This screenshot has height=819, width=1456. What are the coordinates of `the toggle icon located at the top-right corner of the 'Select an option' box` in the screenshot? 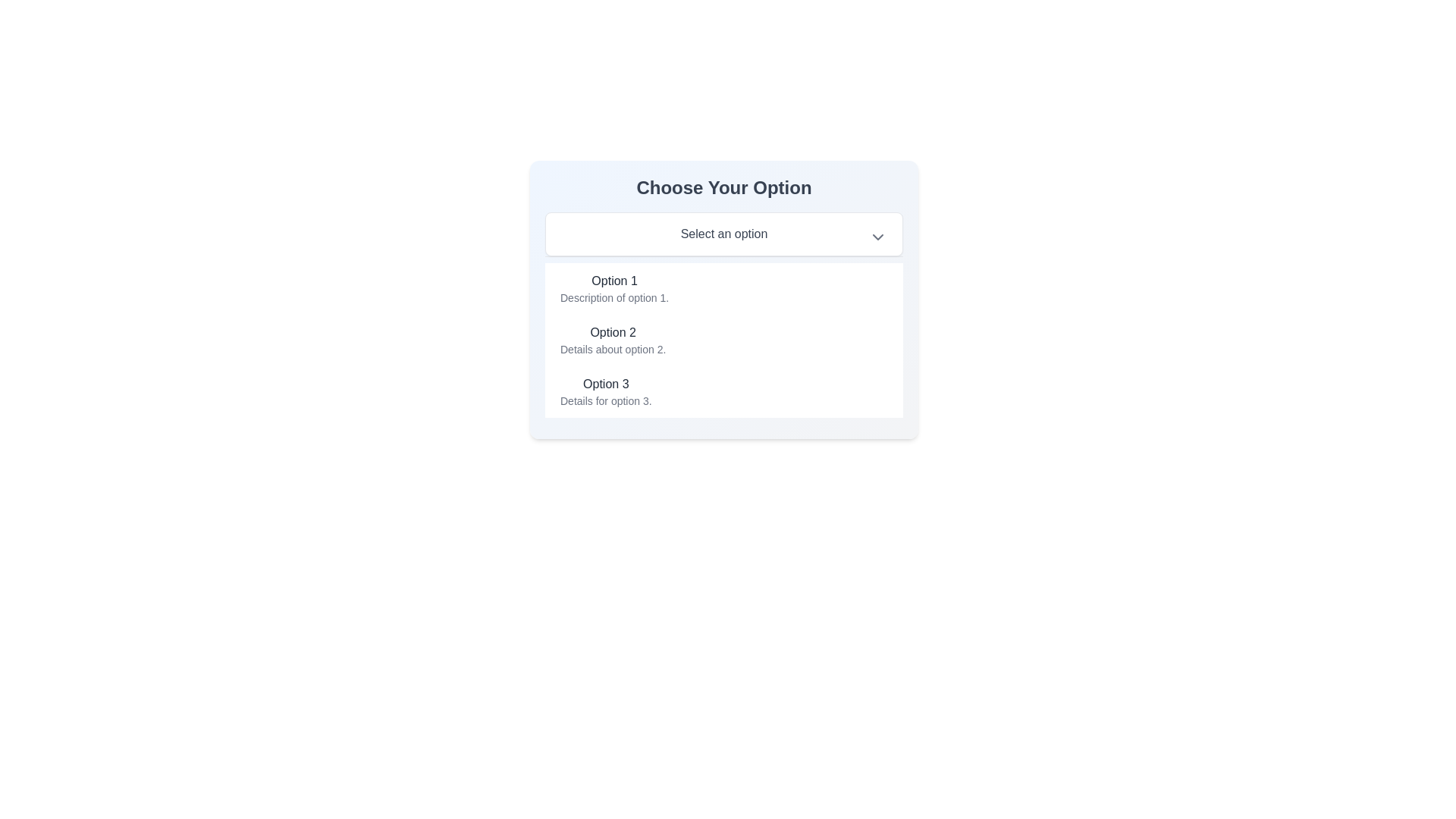 It's located at (877, 237).